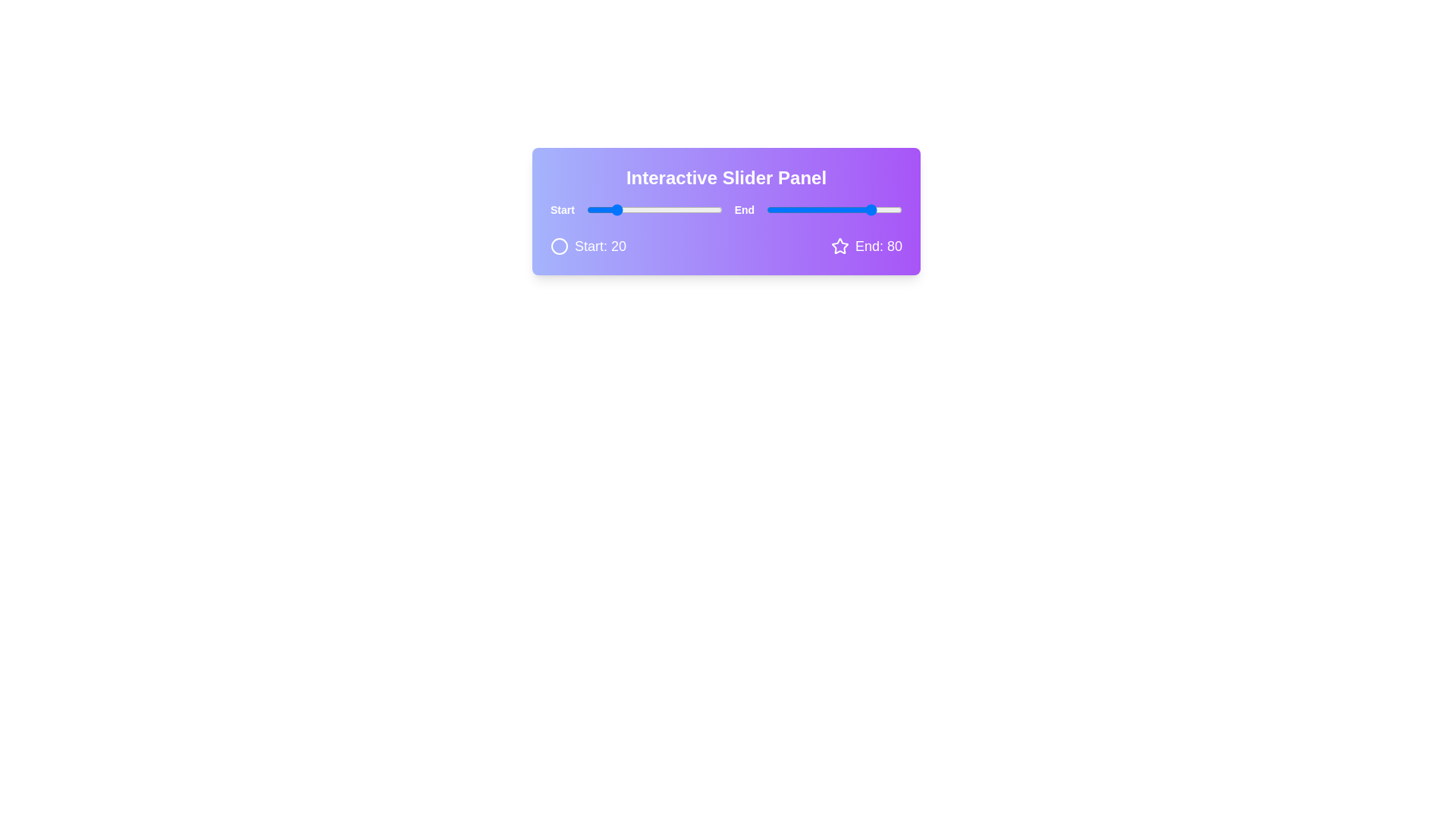  What do you see at coordinates (620, 210) in the screenshot?
I see `the start slider` at bounding box center [620, 210].